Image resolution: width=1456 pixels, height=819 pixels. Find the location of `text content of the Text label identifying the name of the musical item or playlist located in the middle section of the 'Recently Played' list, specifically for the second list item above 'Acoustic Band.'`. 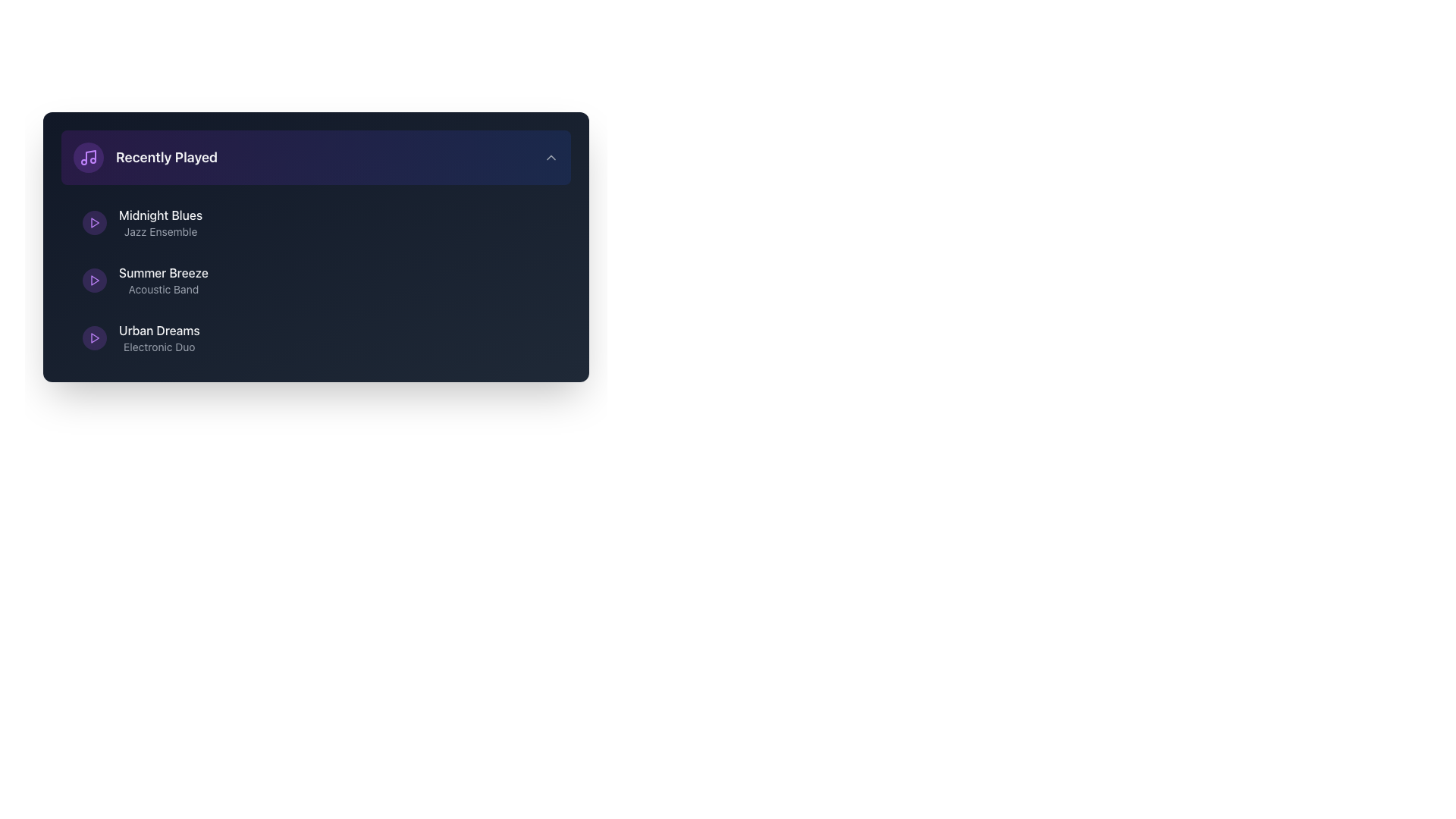

text content of the Text label identifying the name of the musical item or playlist located in the middle section of the 'Recently Played' list, specifically for the second list item above 'Acoustic Band.' is located at coordinates (163, 271).